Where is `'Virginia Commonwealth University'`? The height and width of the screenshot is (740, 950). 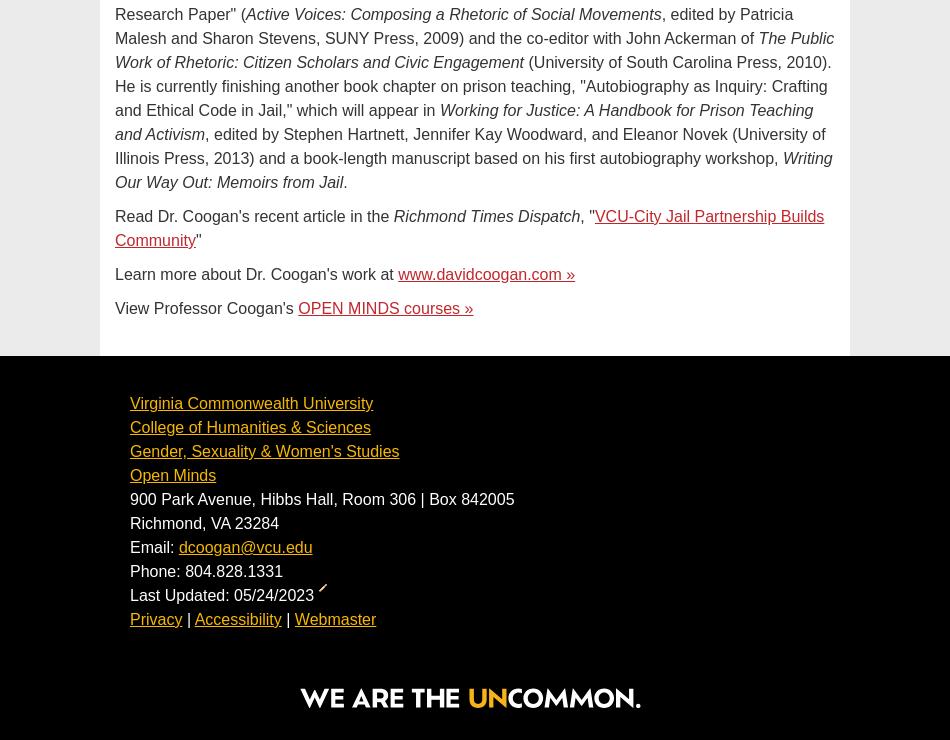
'Virginia Commonwealth University' is located at coordinates (129, 403).